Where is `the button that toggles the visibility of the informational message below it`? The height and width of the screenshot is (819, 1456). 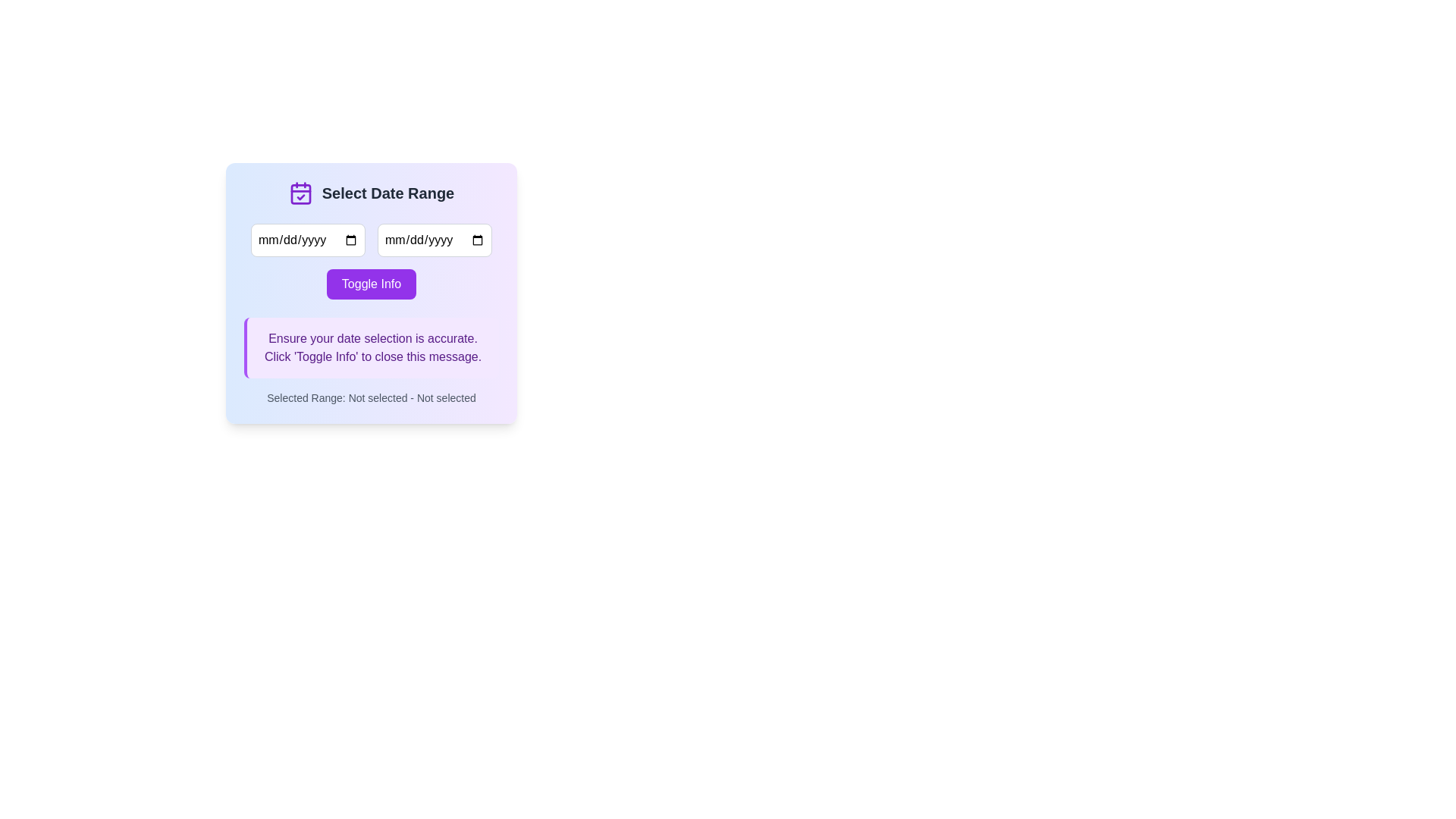 the button that toggles the visibility of the informational message below it is located at coordinates (371, 284).